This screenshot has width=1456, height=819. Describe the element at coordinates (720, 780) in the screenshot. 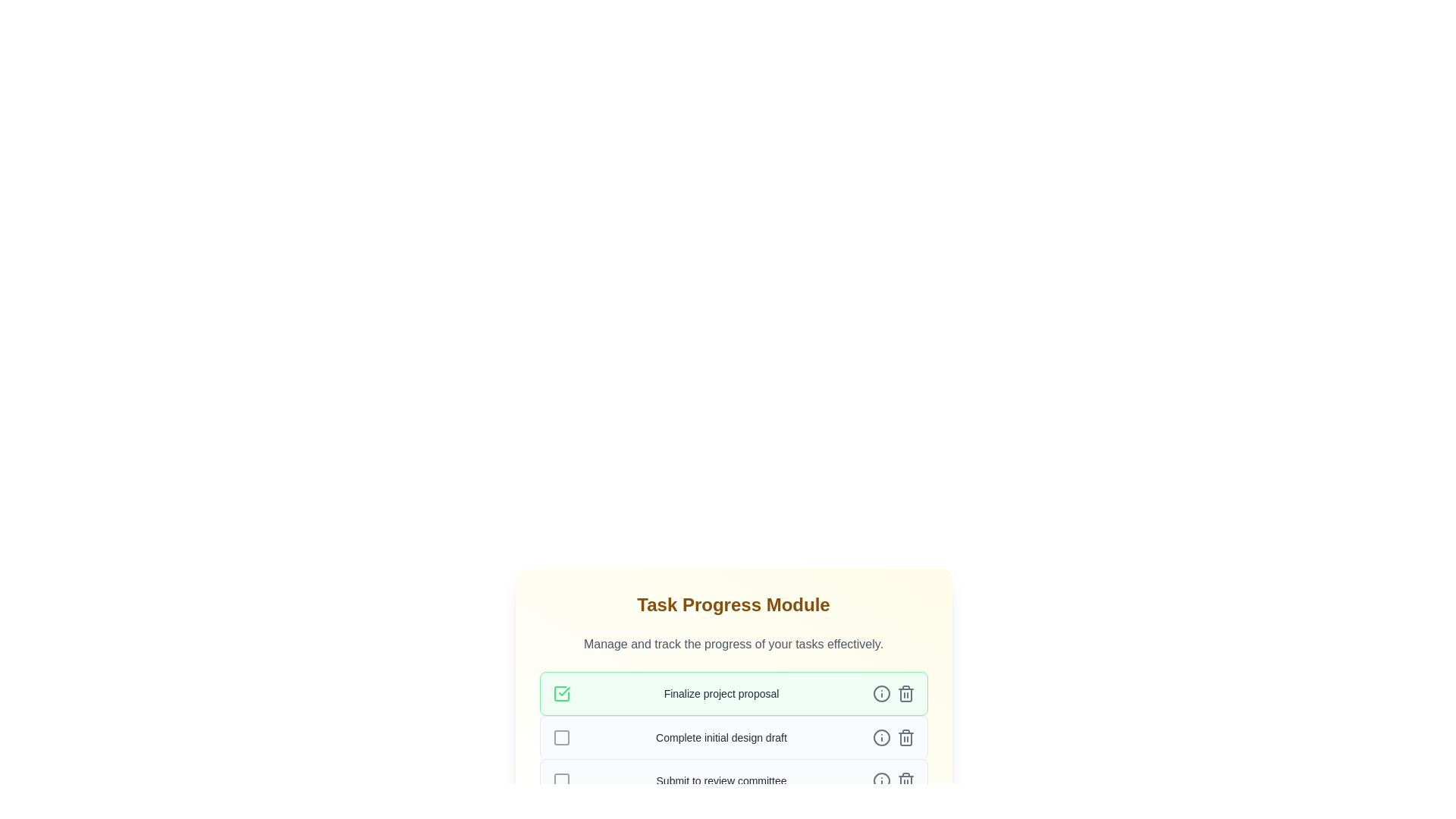

I see `text from the Text Label displaying 'Submit to review committee', which is styled in dark gray and located near the middle of a list of items` at that location.